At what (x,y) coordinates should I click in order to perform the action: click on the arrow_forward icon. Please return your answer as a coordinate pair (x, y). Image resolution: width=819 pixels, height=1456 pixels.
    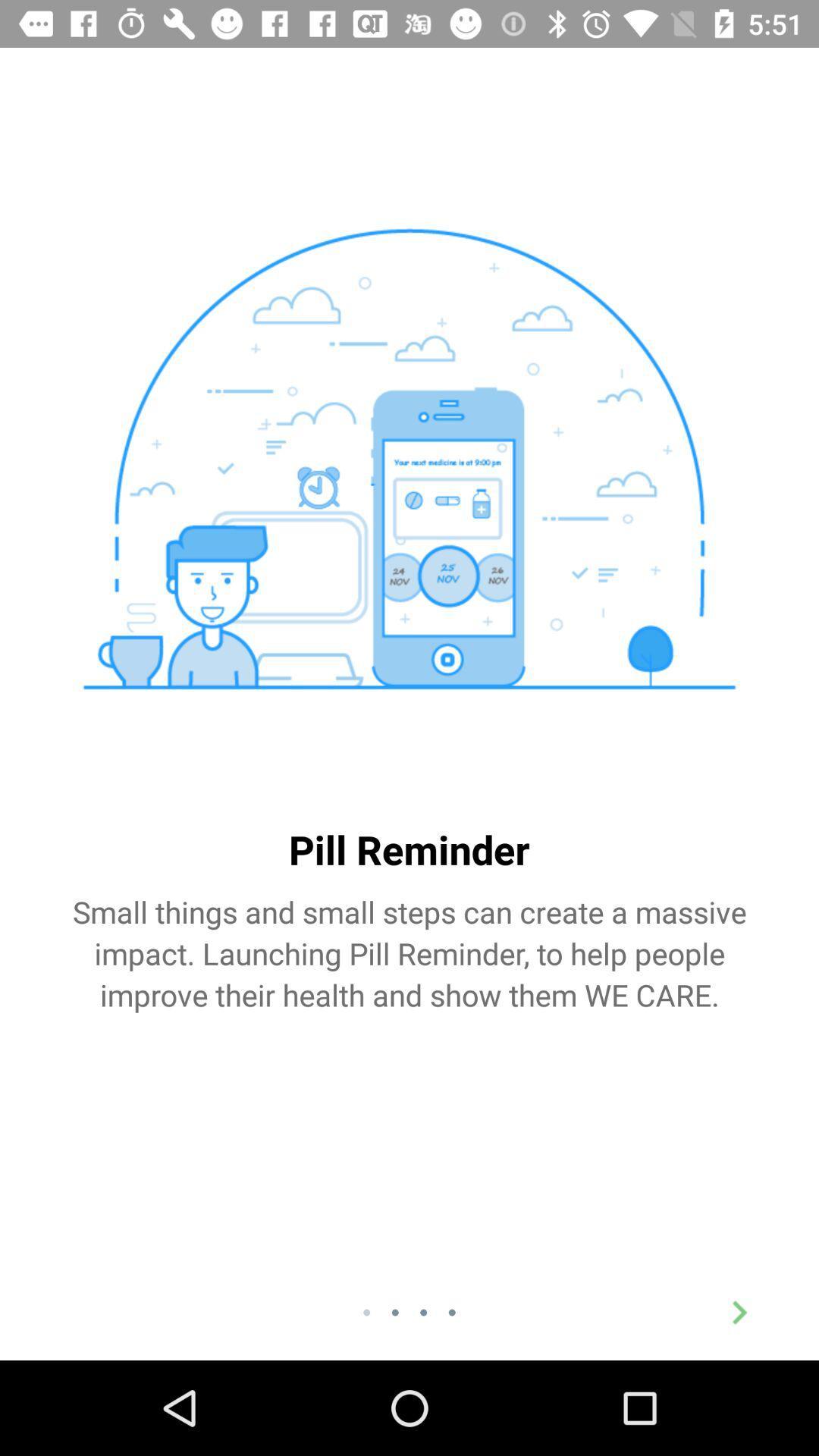
    Looking at the image, I should click on (739, 1312).